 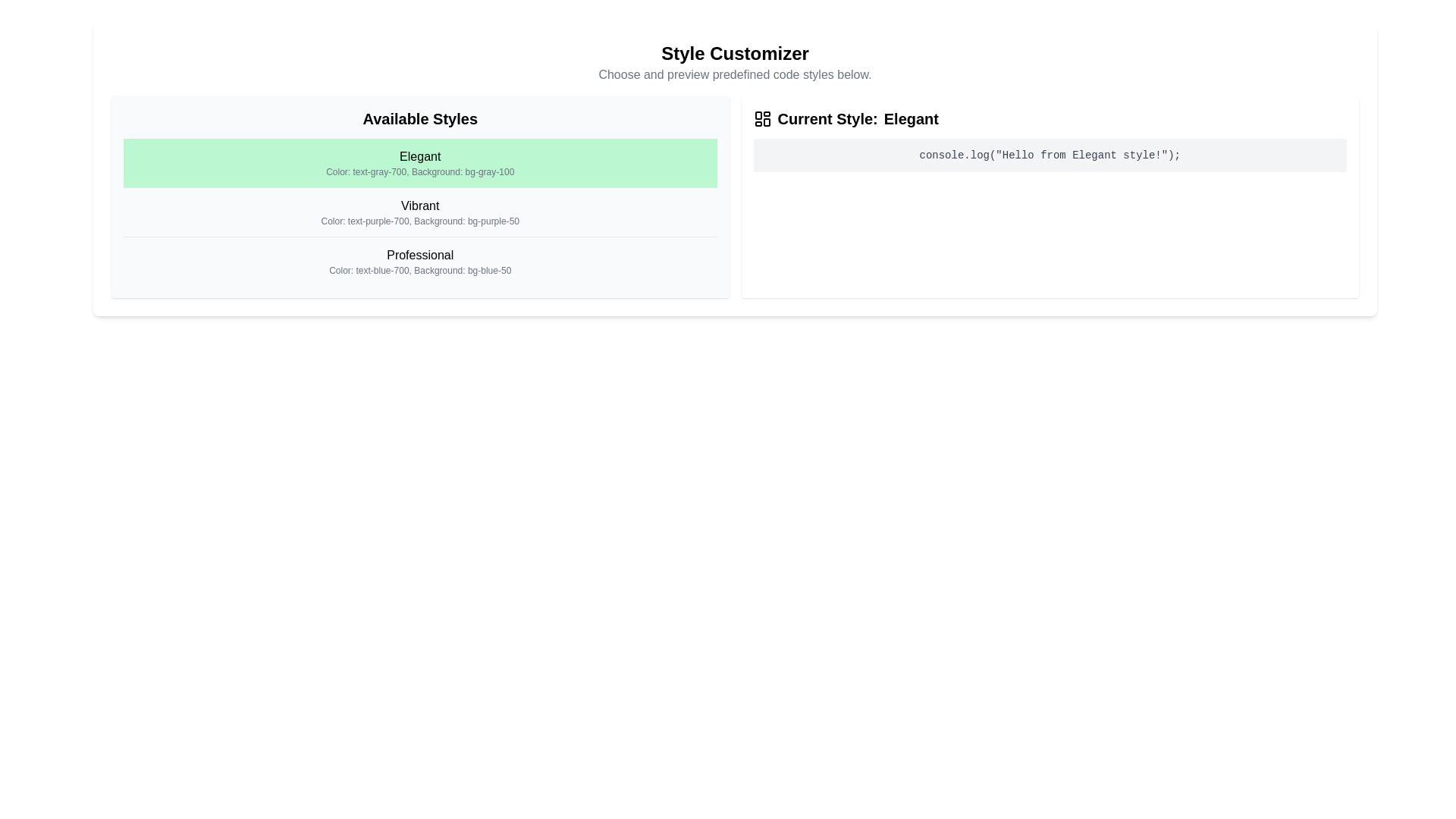 I want to click on the header label that introduces the section titled 'Available Styles' positioned above the style options, so click(x=420, y=118).